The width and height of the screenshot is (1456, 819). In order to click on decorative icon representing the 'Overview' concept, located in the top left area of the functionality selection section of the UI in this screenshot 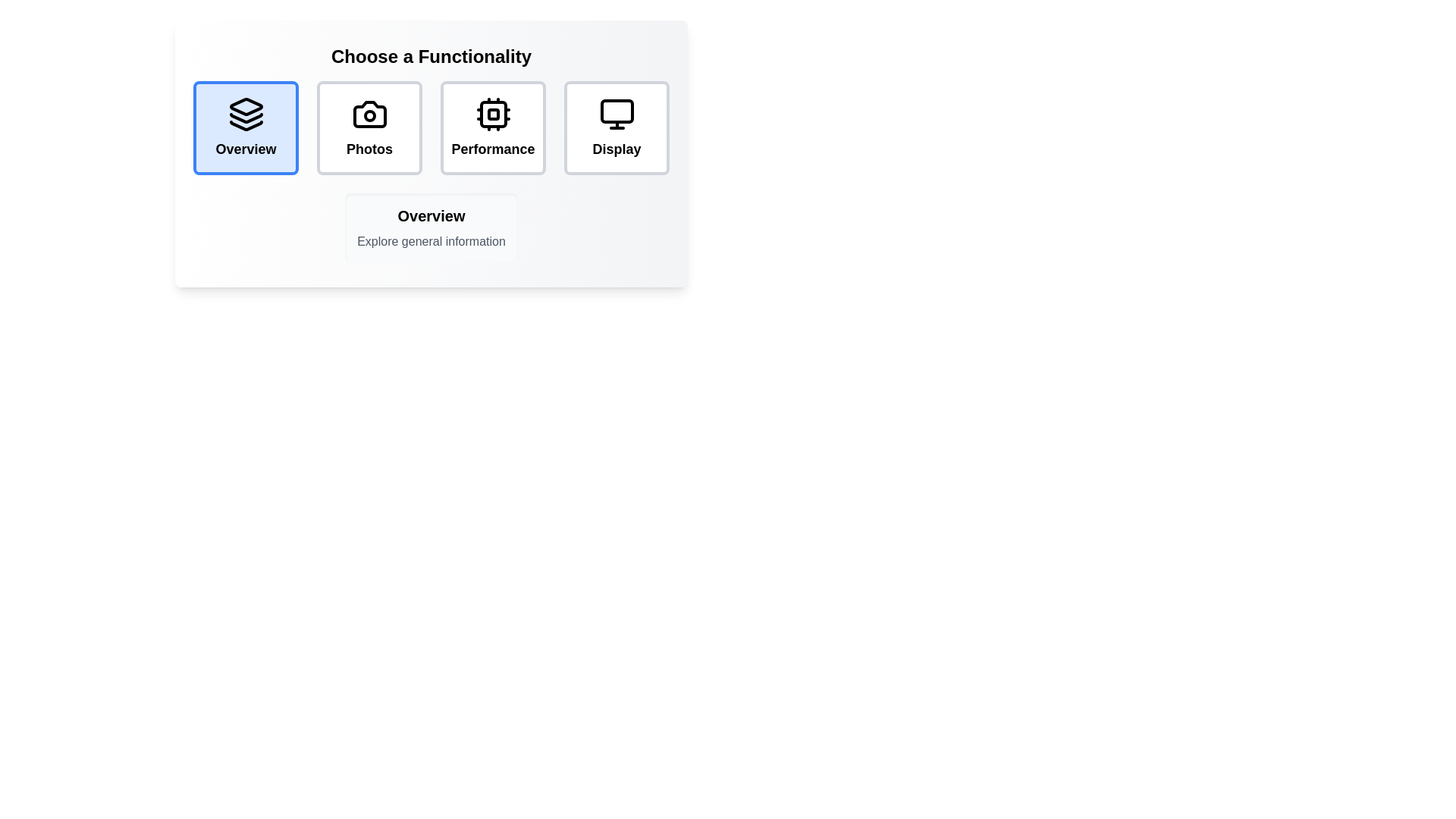, I will do `click(246, 117)`.